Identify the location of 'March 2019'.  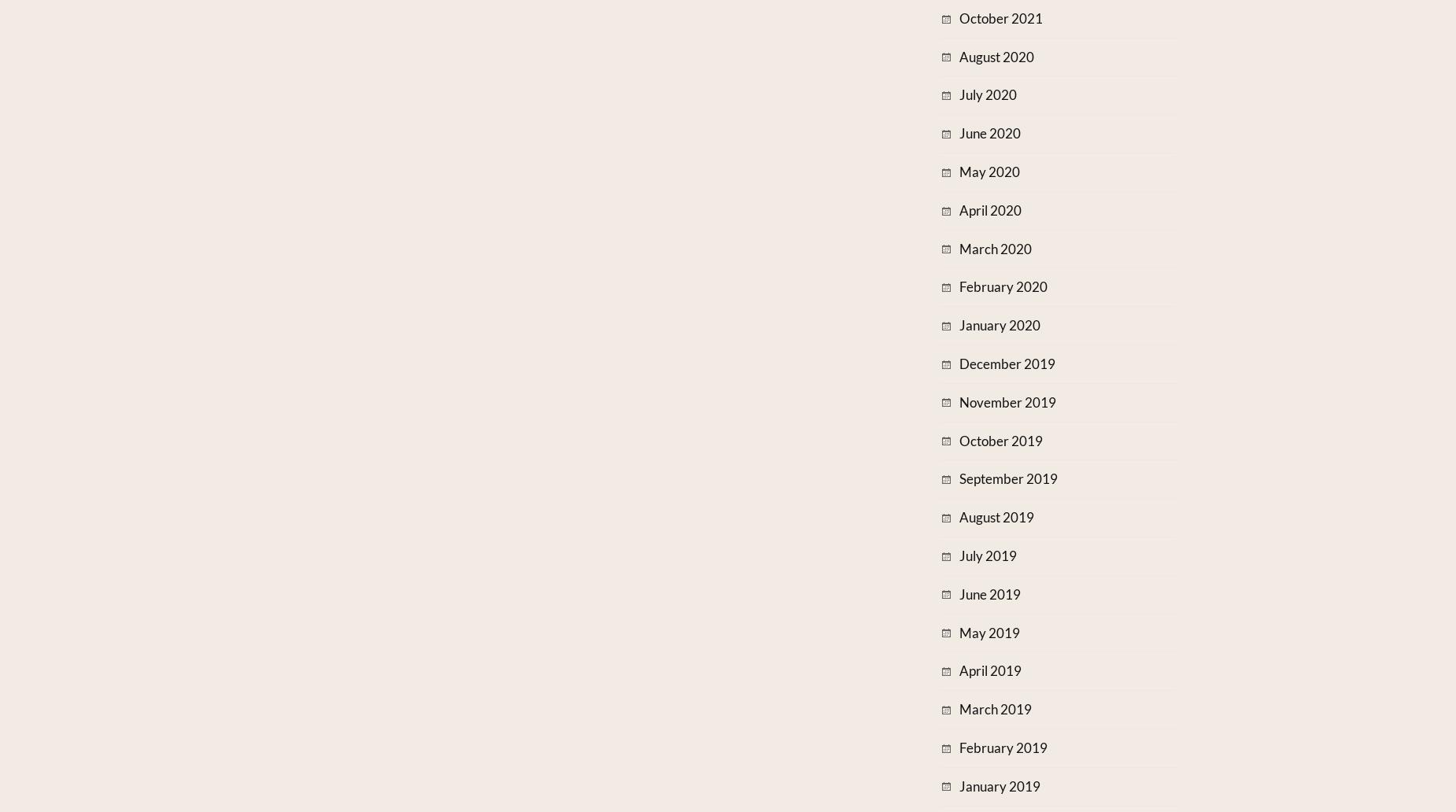
(995, 709).